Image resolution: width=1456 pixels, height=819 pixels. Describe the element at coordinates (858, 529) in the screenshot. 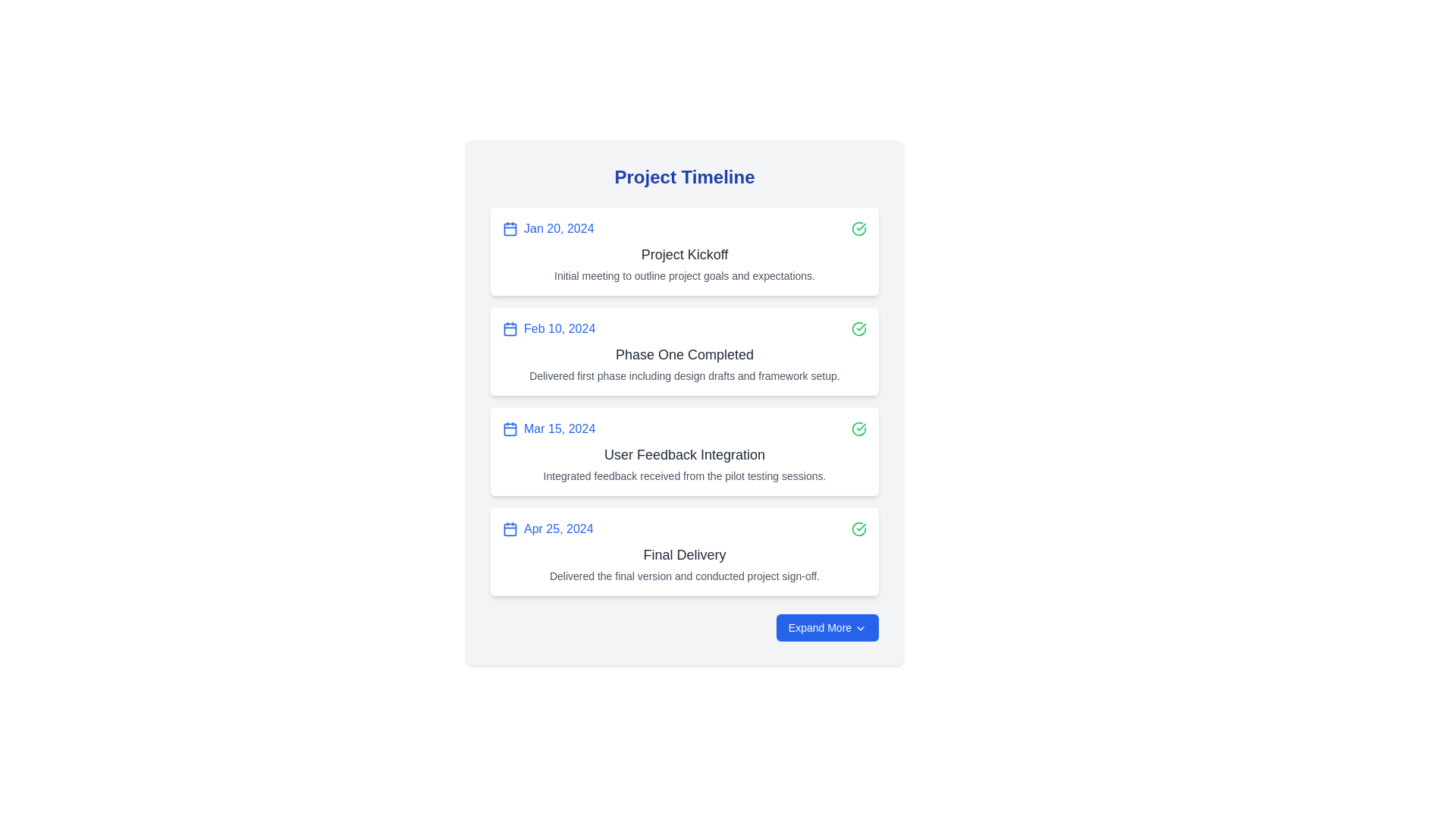

I see `the completion or approval status icon located at the end of the timeline entry labeled 'Apr 25, 2024'` at that location.